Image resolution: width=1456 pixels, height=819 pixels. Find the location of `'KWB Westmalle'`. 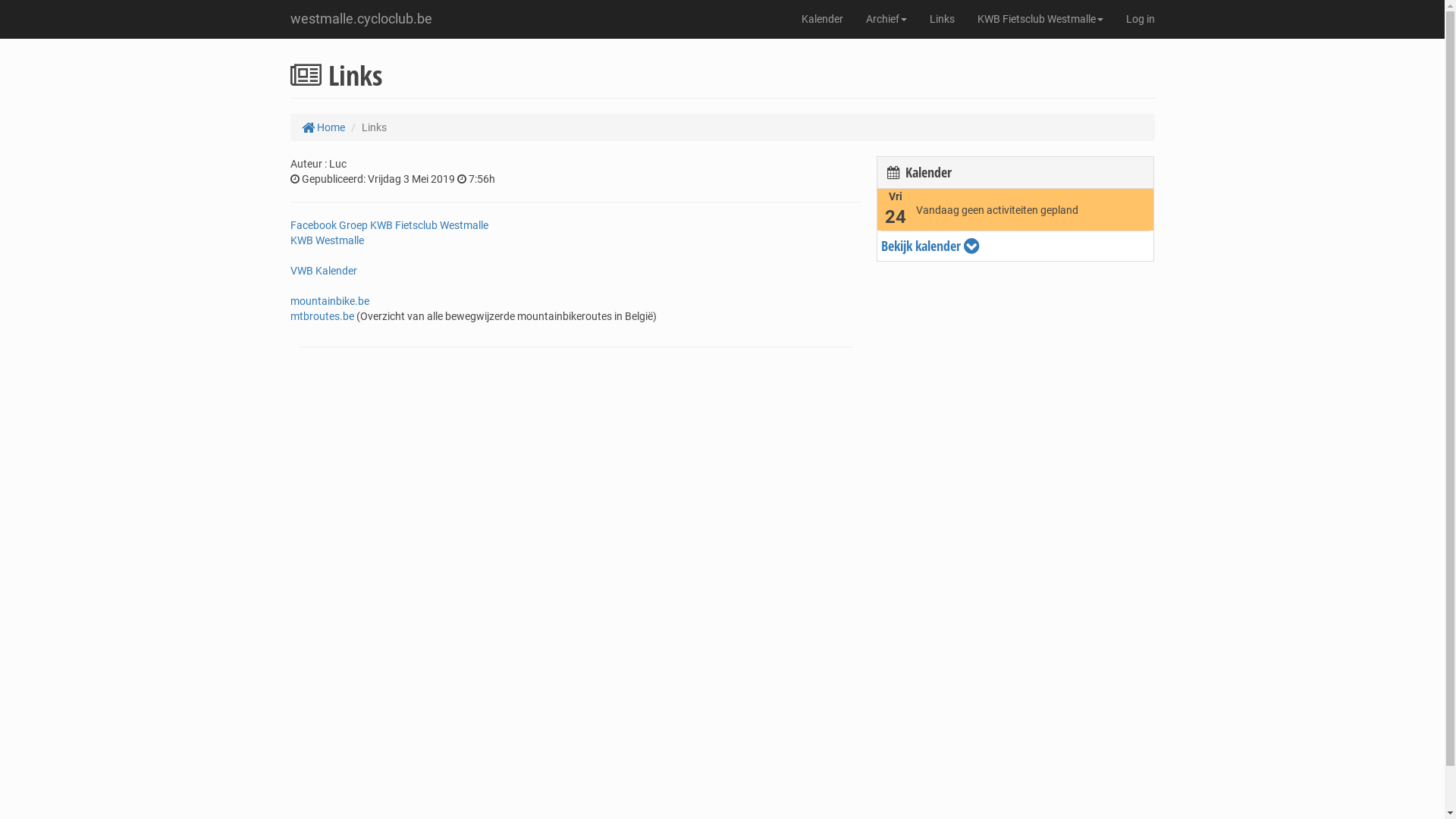

'KWB Westmalle' is located at coordinates (325, 239).